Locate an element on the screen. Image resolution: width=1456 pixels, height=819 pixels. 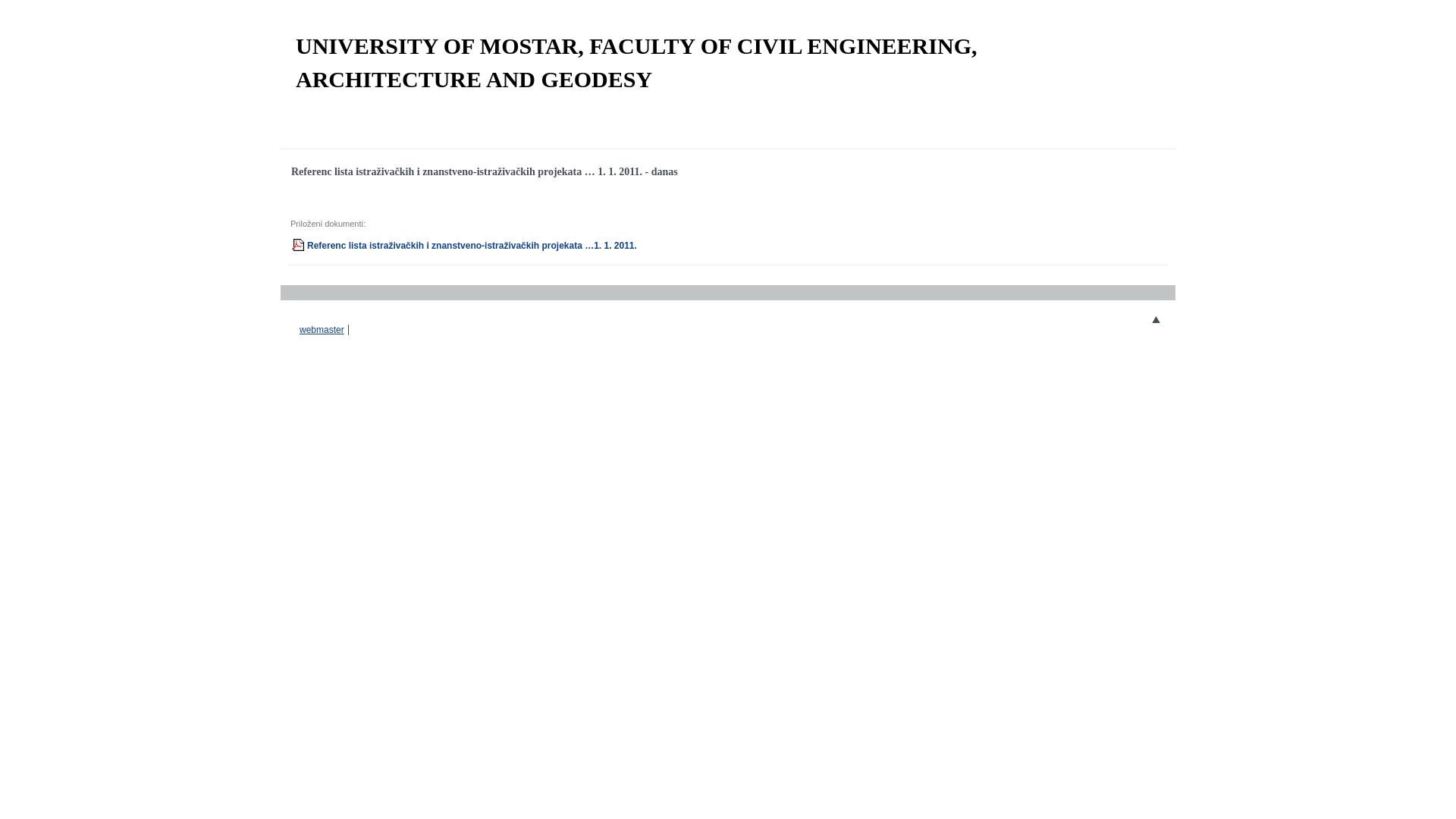
'webmaster' is located at coordinates (321, 329).